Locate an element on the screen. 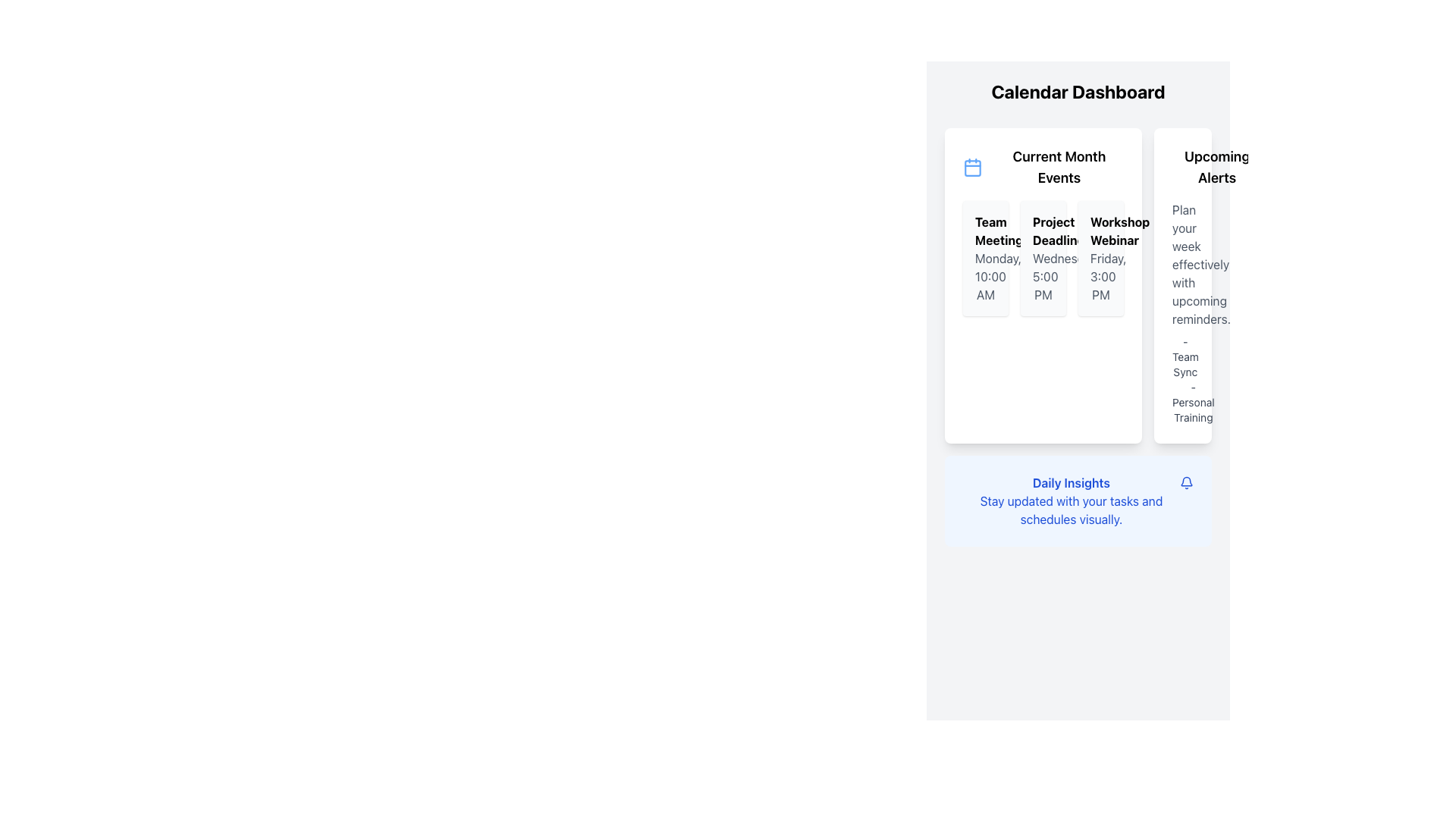 This screenshot has width=1456, height=819. the header titled 'Current Month Events' which includes a blue calendar icon to the left is located at coordinates (1043, 167).